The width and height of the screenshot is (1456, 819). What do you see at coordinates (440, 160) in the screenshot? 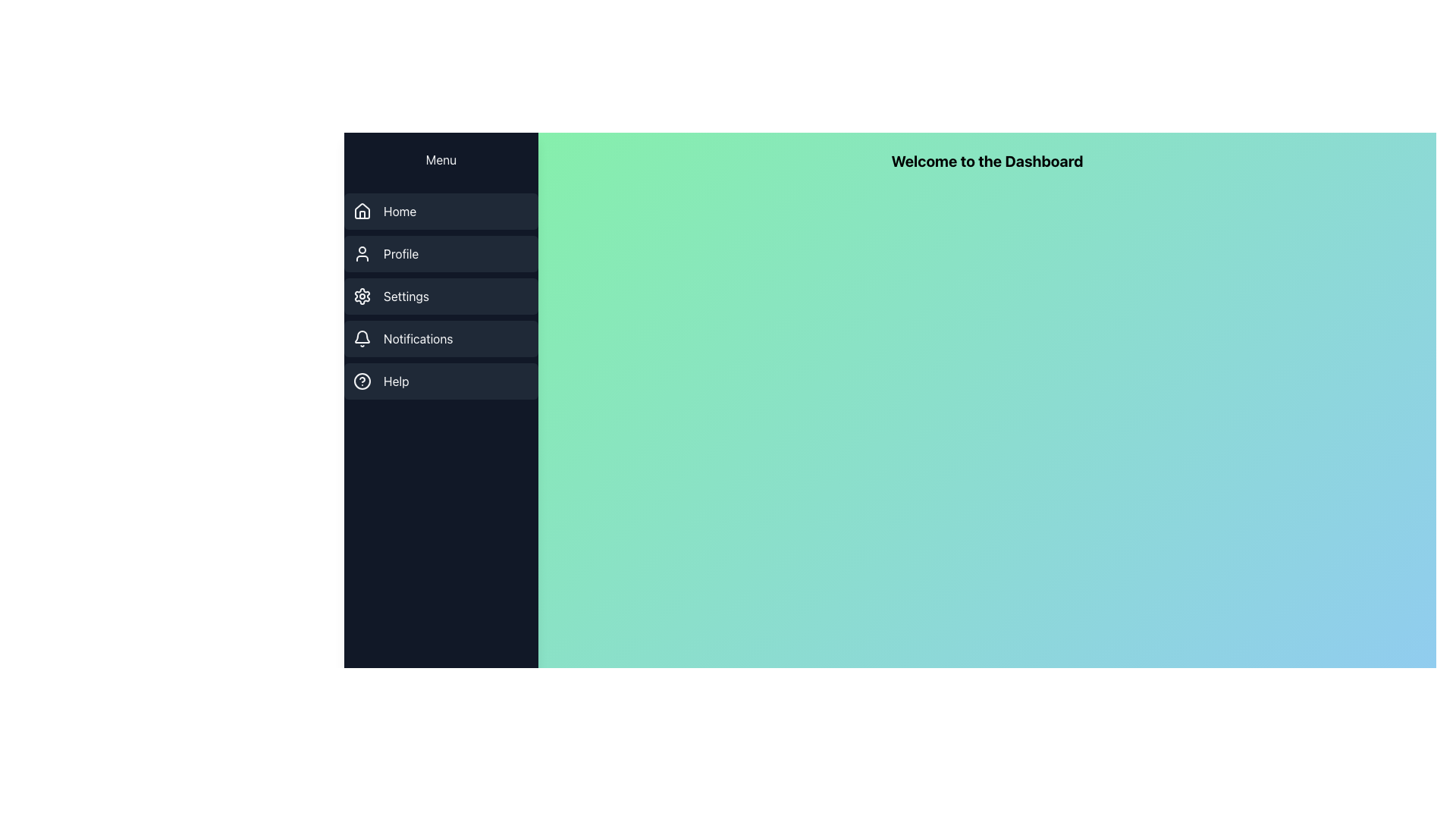
I see `the 'Menu' button, which is a text label with white font color on a dark background, positioned at the top of the vertical navigation bar` at bounding box center [440, 160].